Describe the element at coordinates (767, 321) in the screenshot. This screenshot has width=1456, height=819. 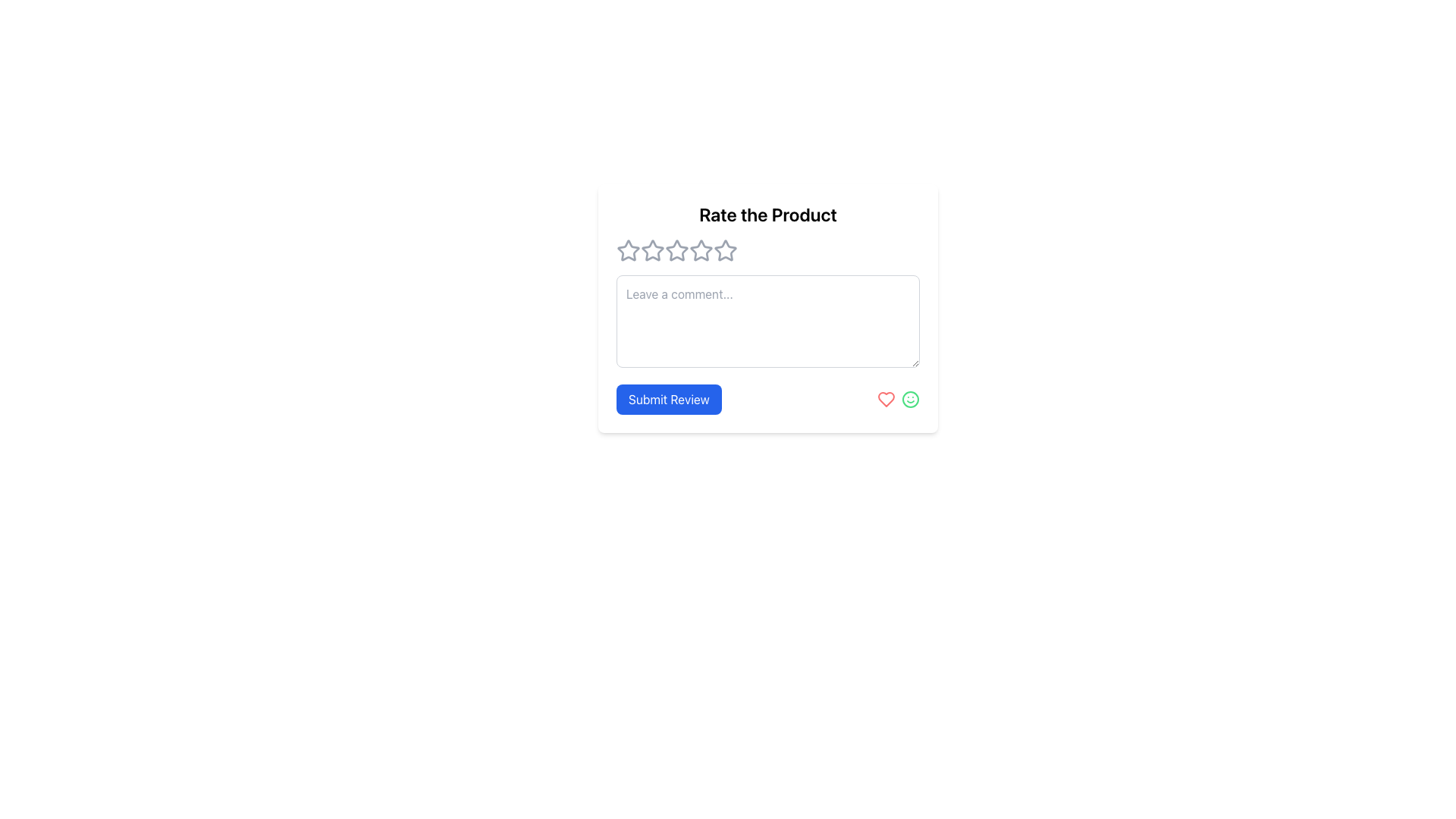
I see `the textarea element styled as a bordered box with rounded corners, located below the star icons and above the 'Submit Review' button, to focus for inputting comments or feedback` at that location.